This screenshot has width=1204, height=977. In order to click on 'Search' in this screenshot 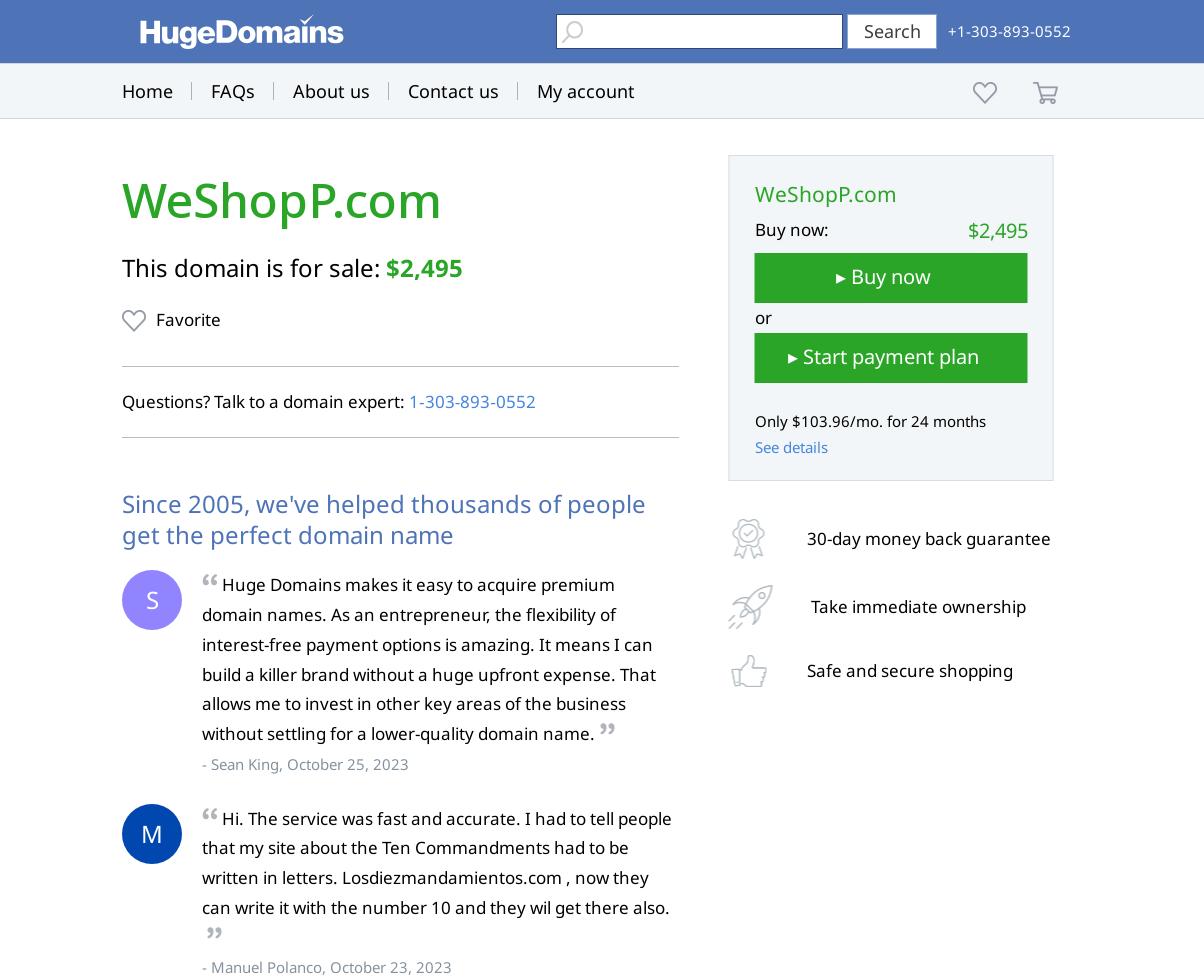, I will do `click(891, 30)`.